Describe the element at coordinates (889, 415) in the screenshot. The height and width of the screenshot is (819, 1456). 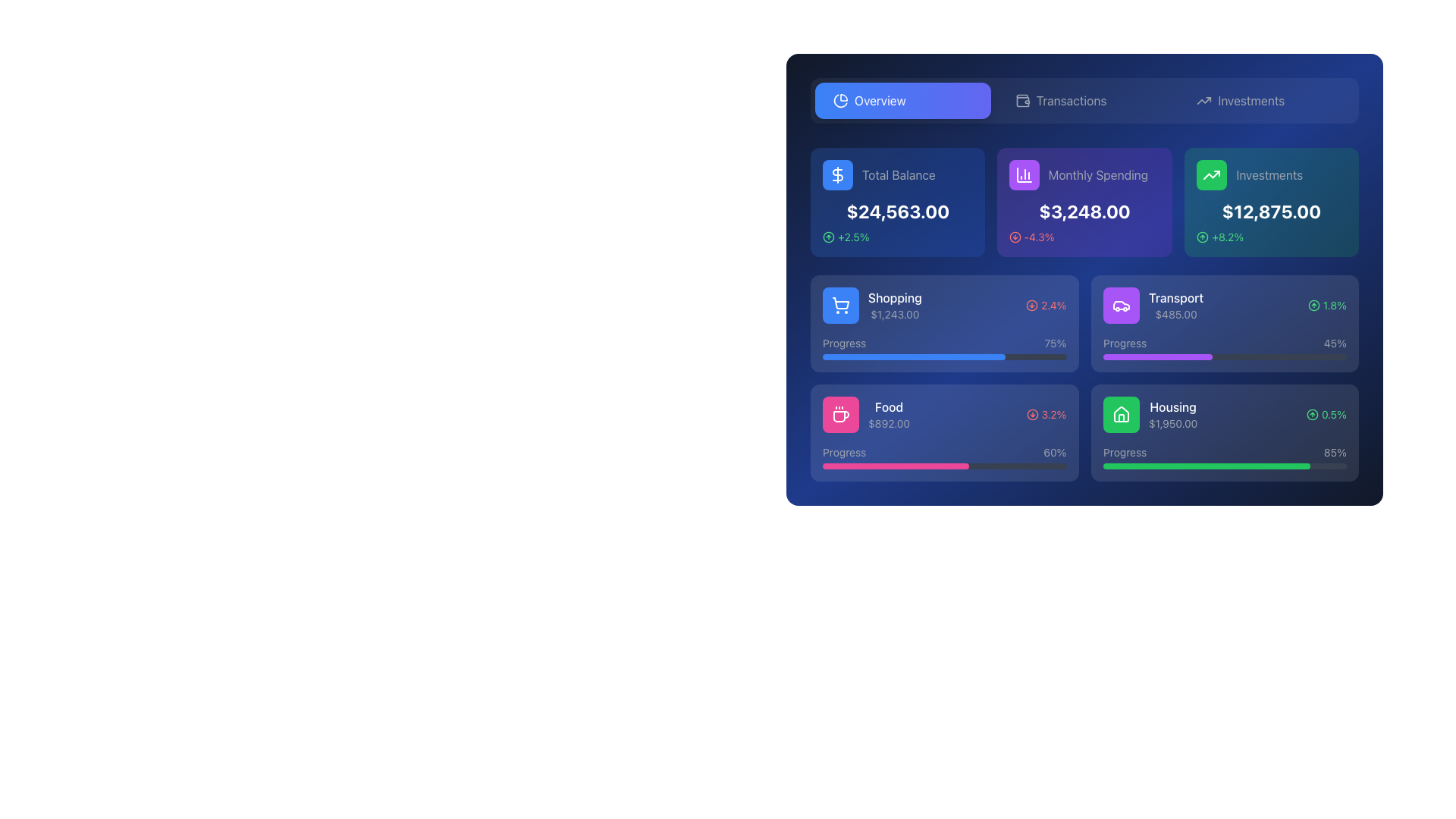
I see `displayed text 'Food' and its value '$892.00' from the text element located in the lower-left section of a segmented card-style layout, specifically positioned on the second row, second column within a grid of widgets` at that location.